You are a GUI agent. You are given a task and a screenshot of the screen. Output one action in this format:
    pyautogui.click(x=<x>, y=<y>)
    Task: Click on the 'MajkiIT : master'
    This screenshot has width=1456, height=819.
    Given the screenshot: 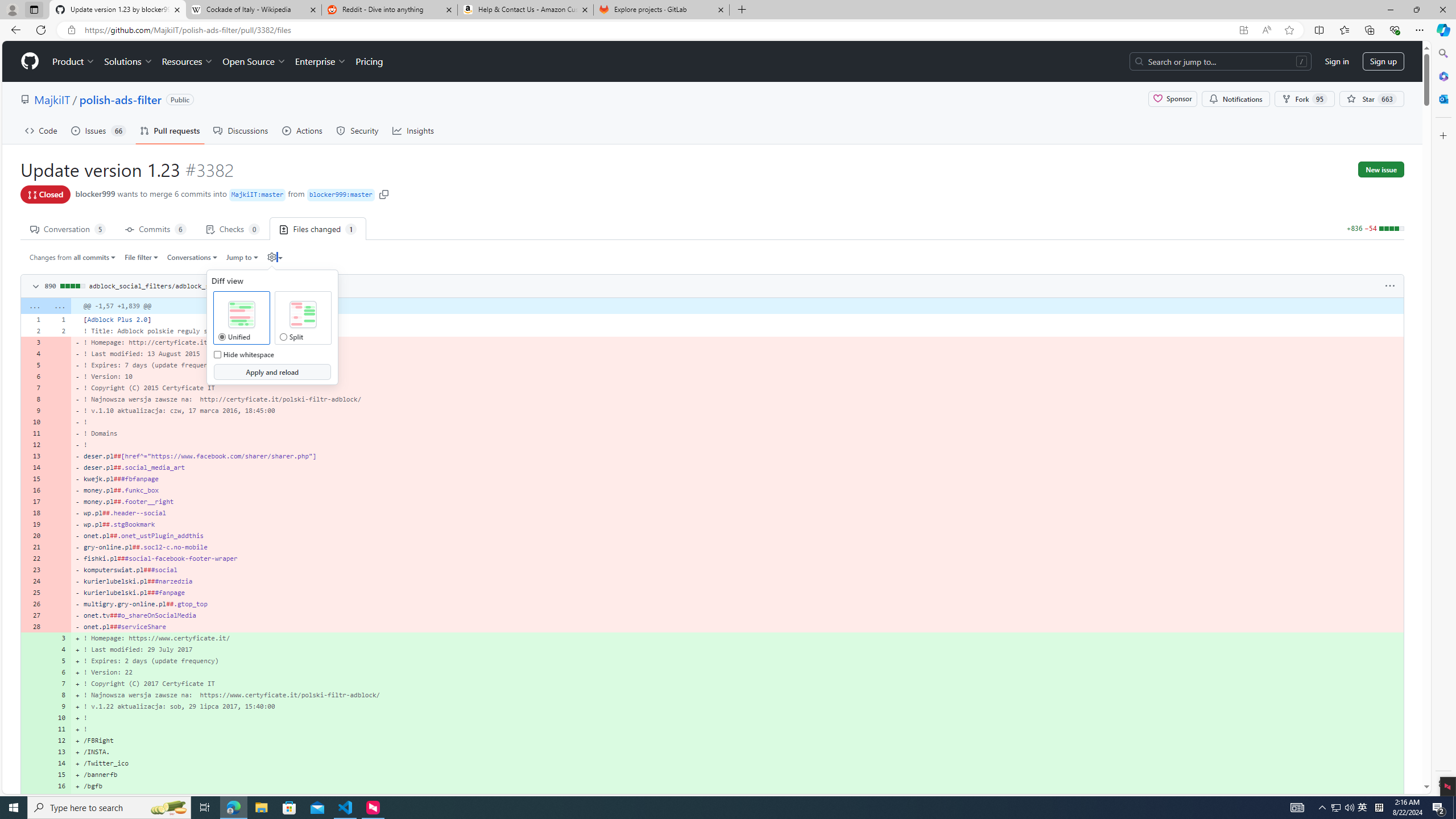 What is the action you would take?
    pyautogui.click(x=257, y=195)
    